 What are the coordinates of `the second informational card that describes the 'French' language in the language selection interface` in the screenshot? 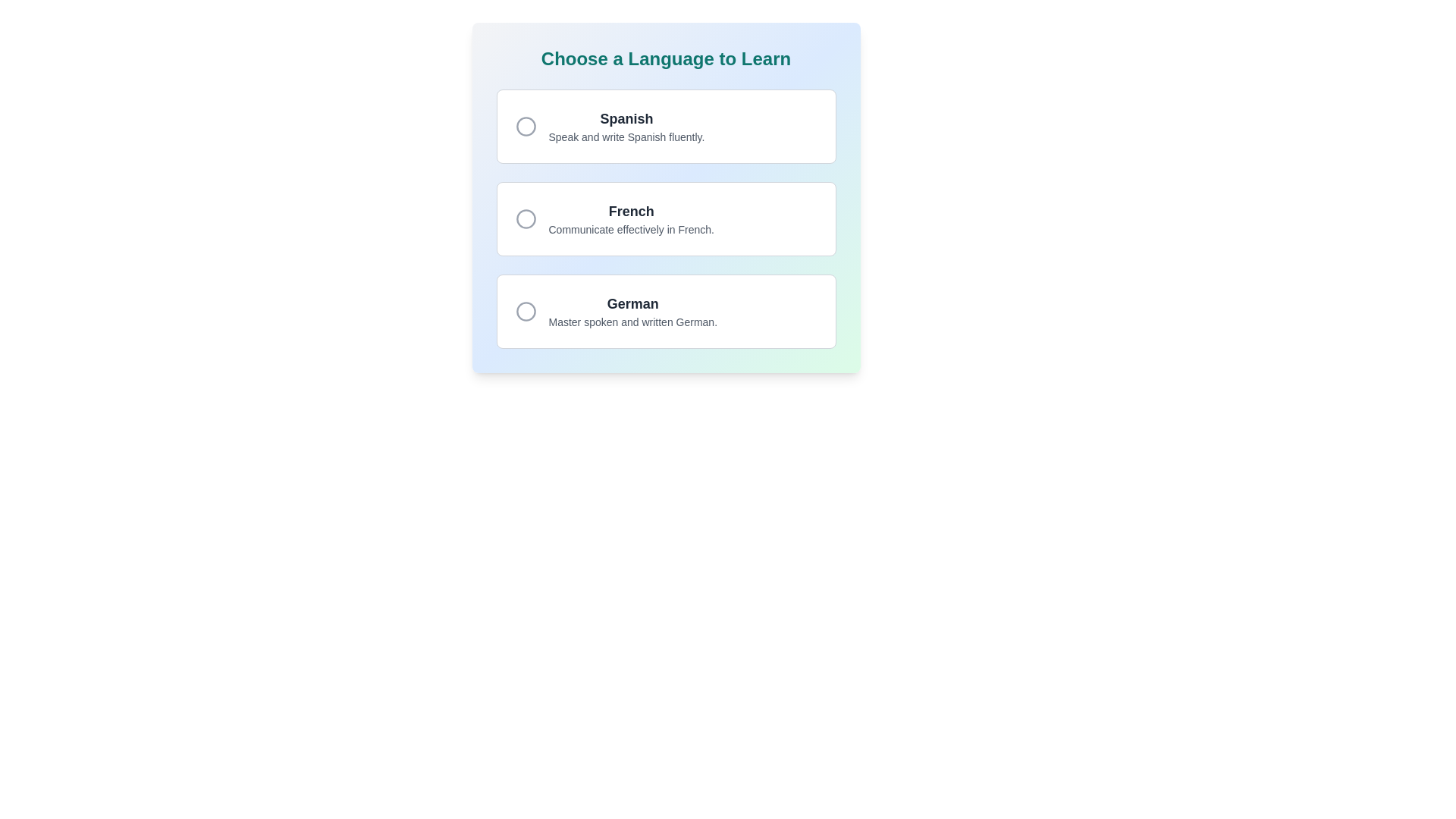 It's located at (666, 197).